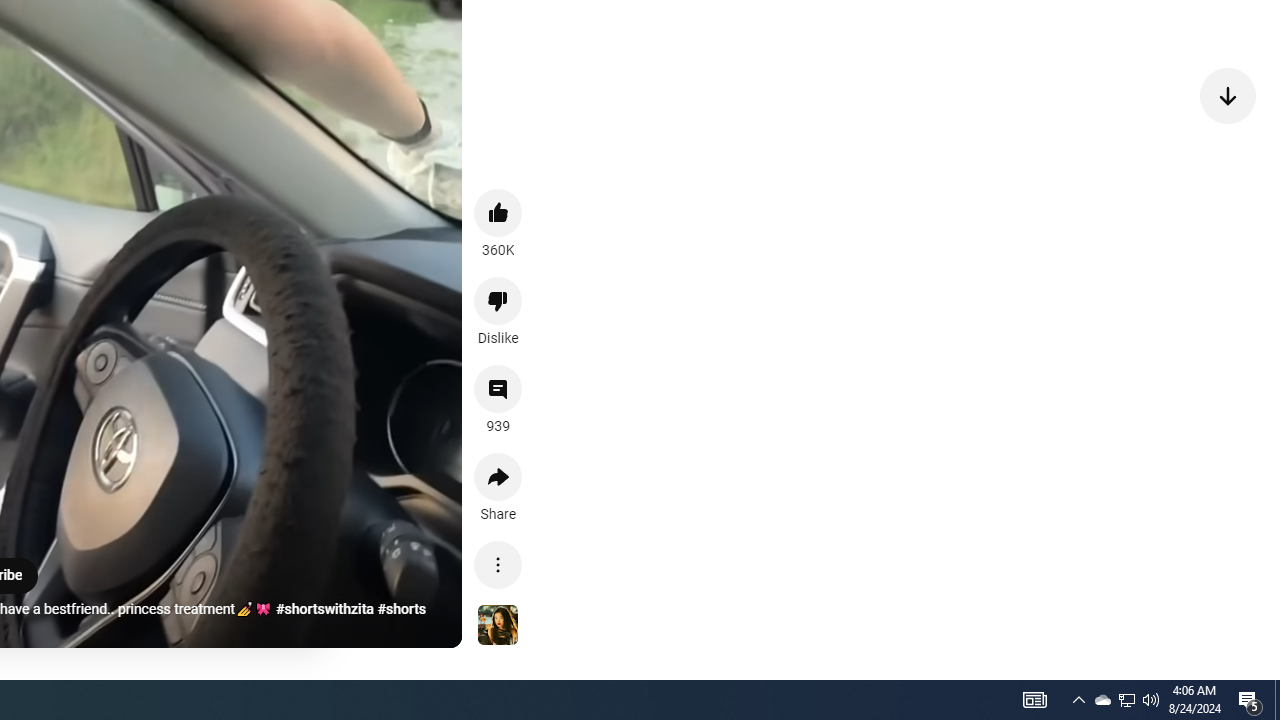 The image size is (1280, 720). What do you see at coordinates (498, 477) in the screenshot?
I see `'Share'` at bounding box center [498, 477].